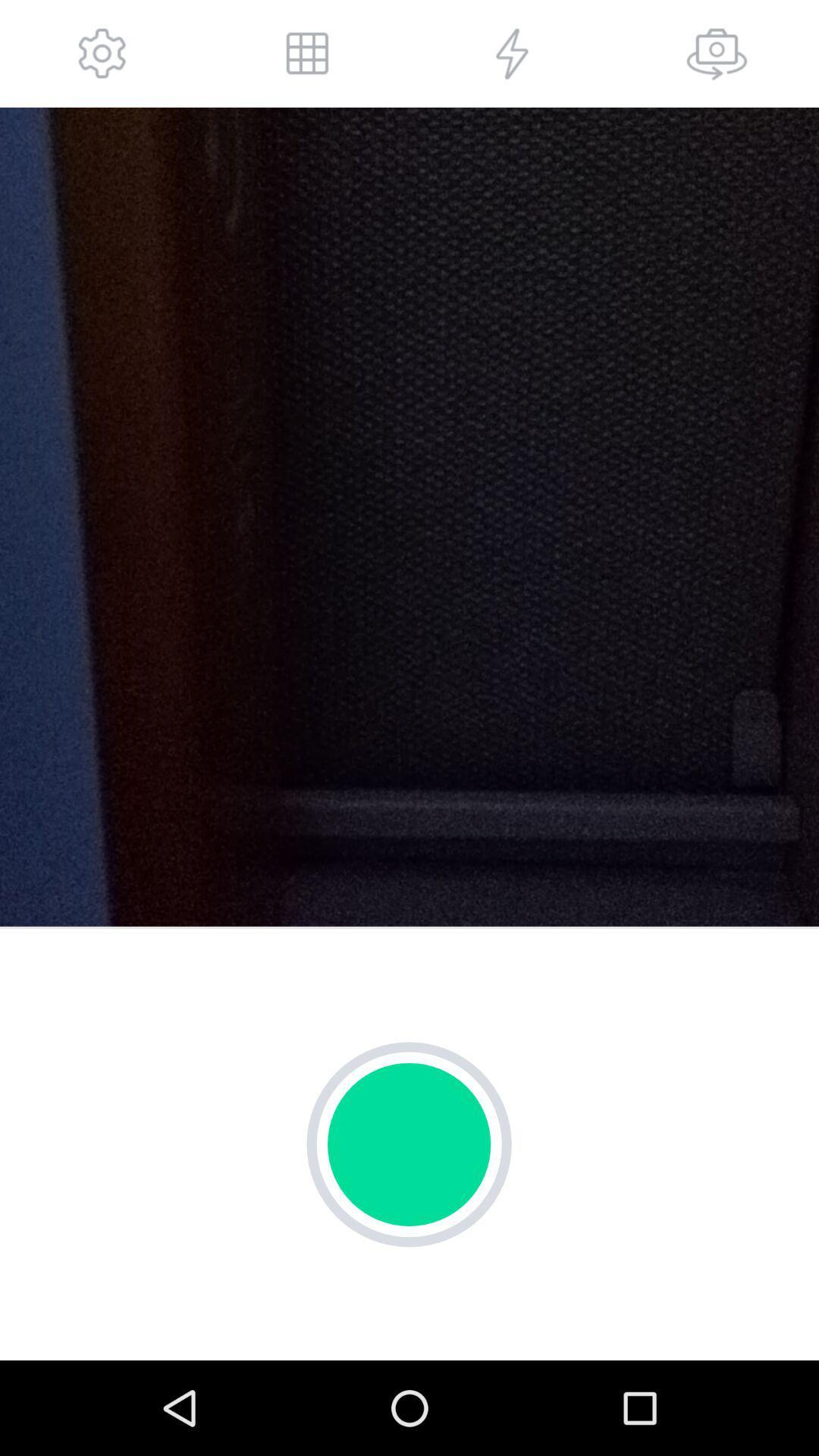  What do you see at coordinates (512, 53) in the screenshot?
I see `clik the option for particular process` at bounding box center [512, 53].